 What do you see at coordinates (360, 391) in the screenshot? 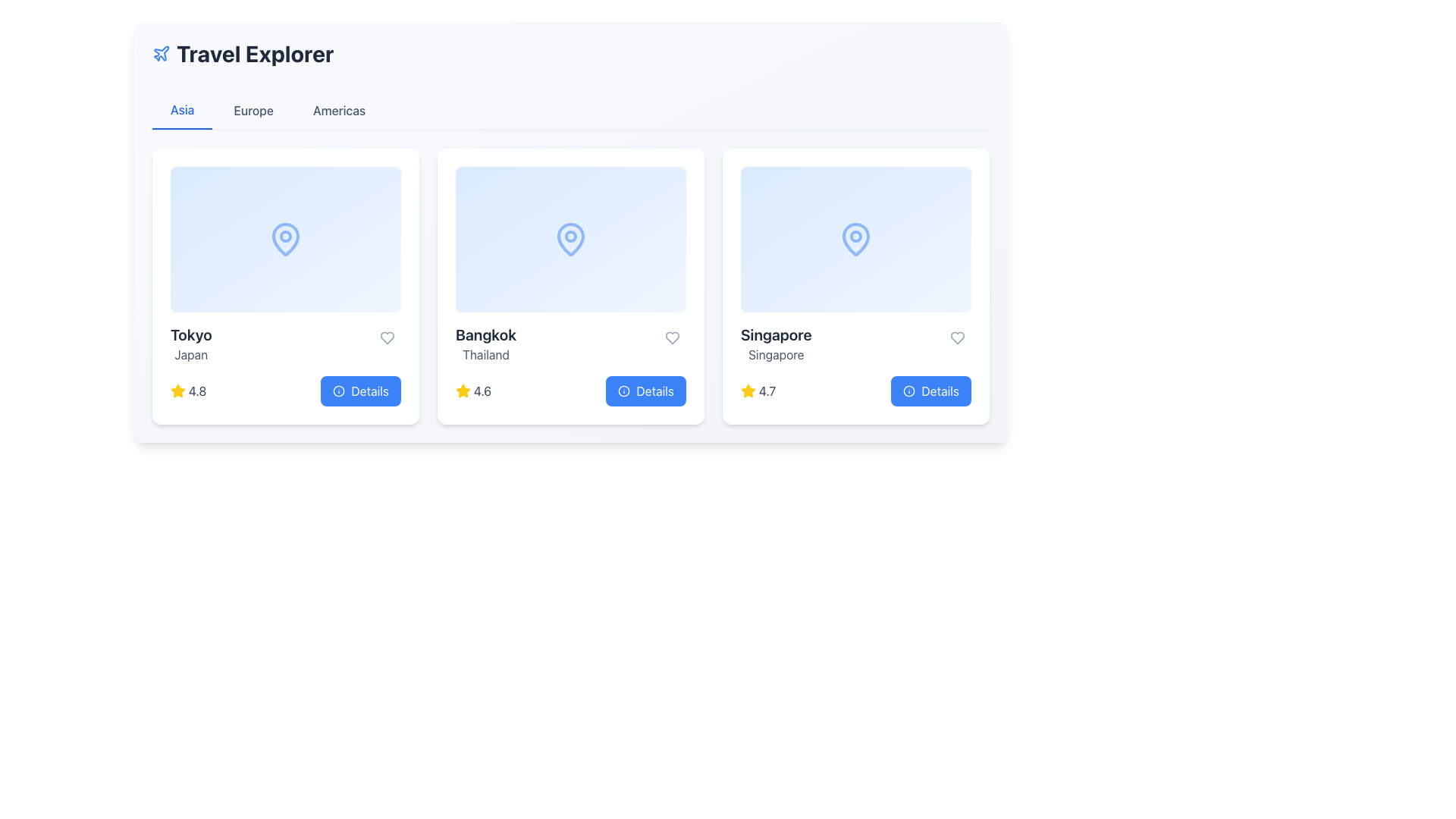
I see `the button located in the bottom-right corner of the leftmost card, adjacent to the rating indication ('4.8') and a star icon, for keyboard navigation` at bounding box center [360, 391].